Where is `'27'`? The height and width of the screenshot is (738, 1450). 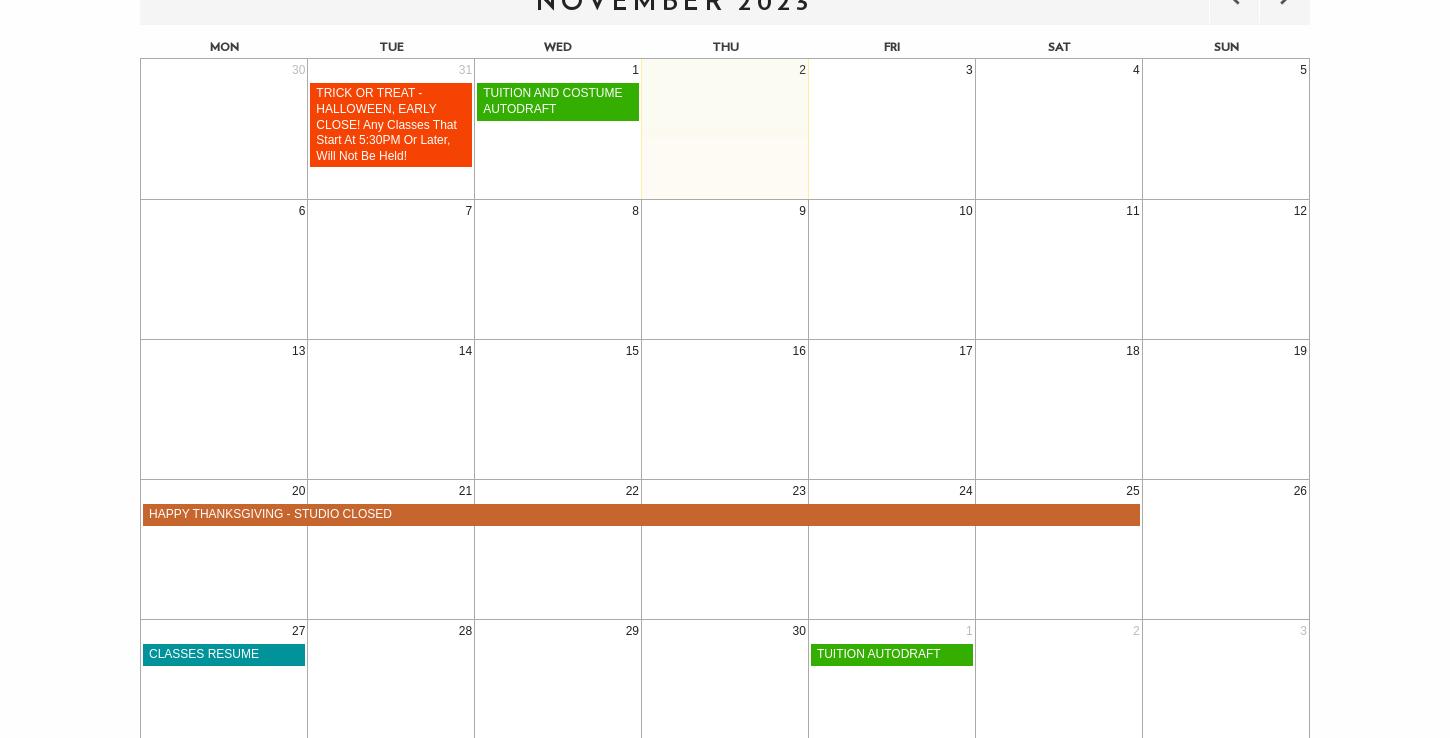
'27' is located at coordinates (291, 630).